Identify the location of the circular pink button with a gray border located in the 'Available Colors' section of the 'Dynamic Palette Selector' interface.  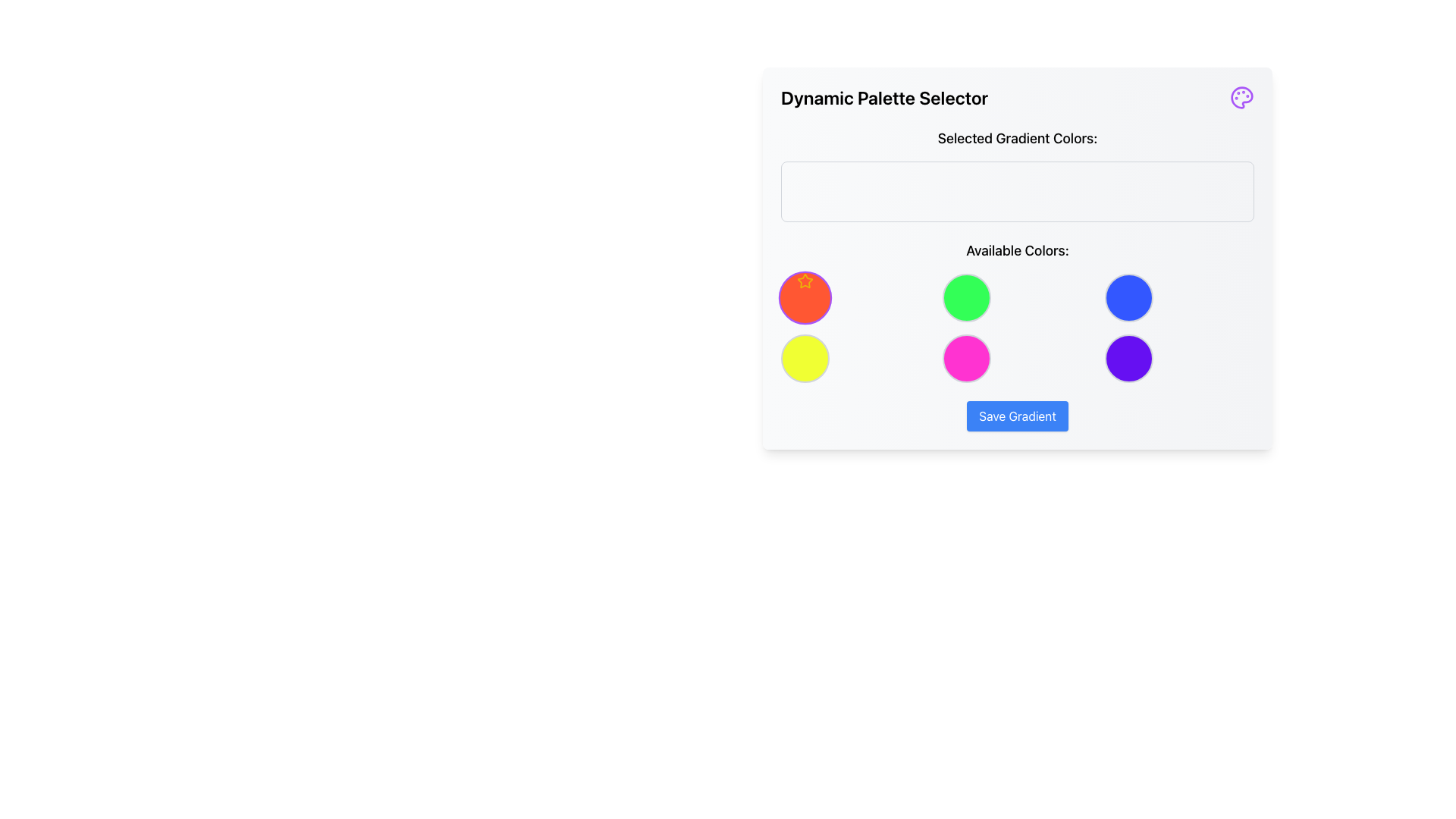
(966, 359).